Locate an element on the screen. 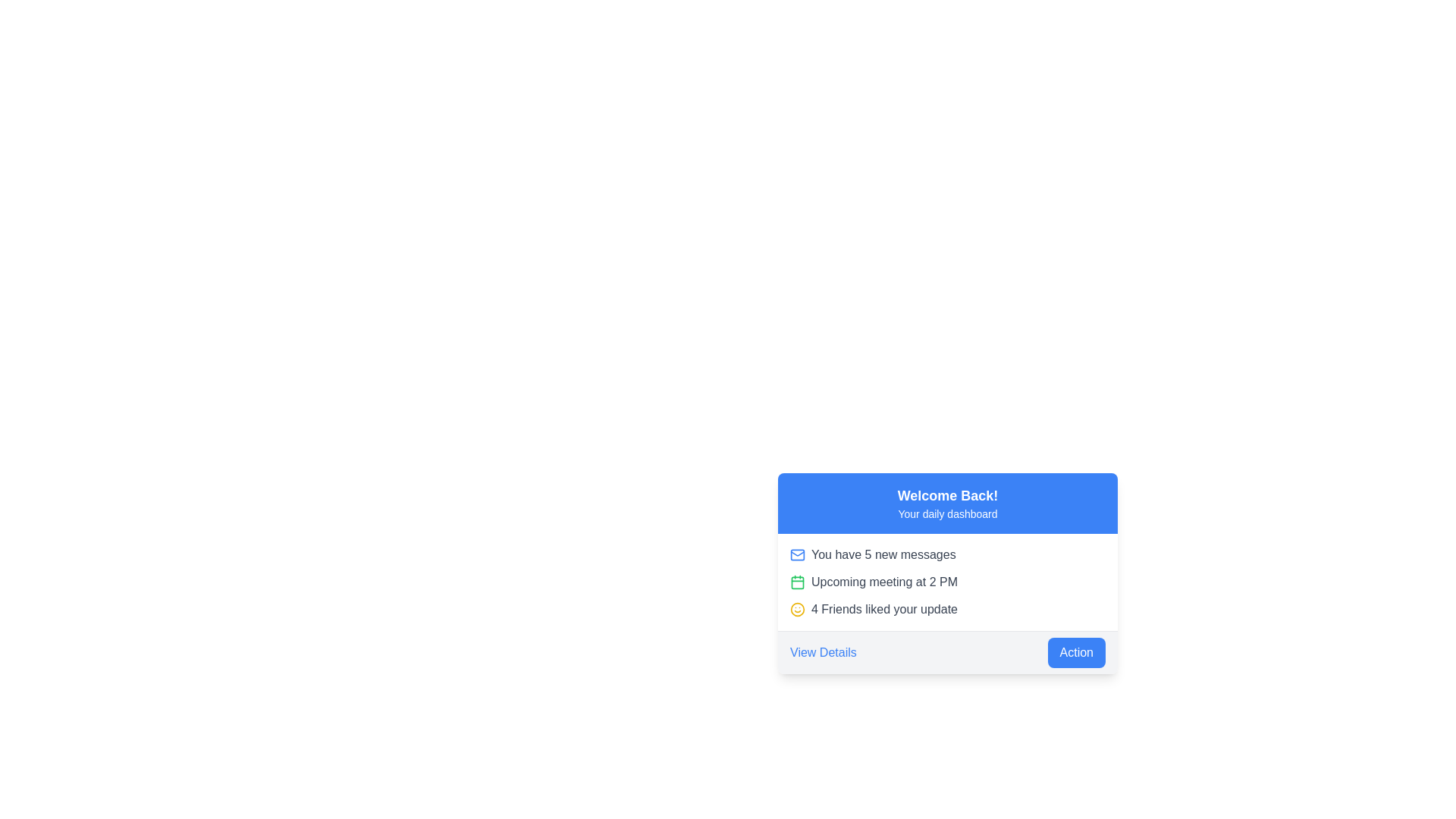  the descriptive subtitle text located in the blue header area of the card-like UI component, positioned beneath the 'Welcome Back!' text is located at coordinates (946, 513).